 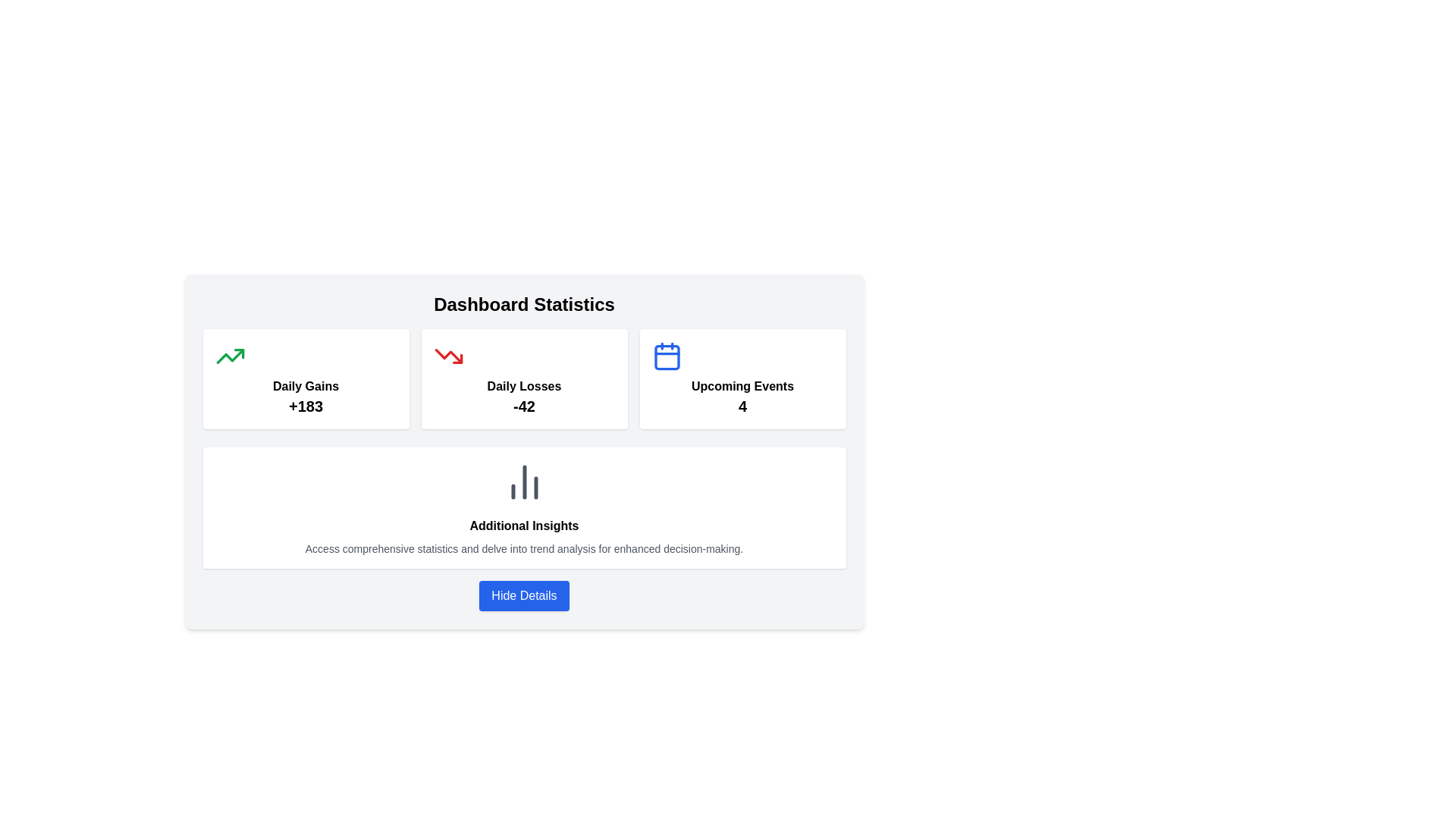 I want to click on the bold text label 'Daily Gains', which is part of a summary card in the 'Dashboard Statistics' section, located above the text value '+183', so click(x=305, y=385).